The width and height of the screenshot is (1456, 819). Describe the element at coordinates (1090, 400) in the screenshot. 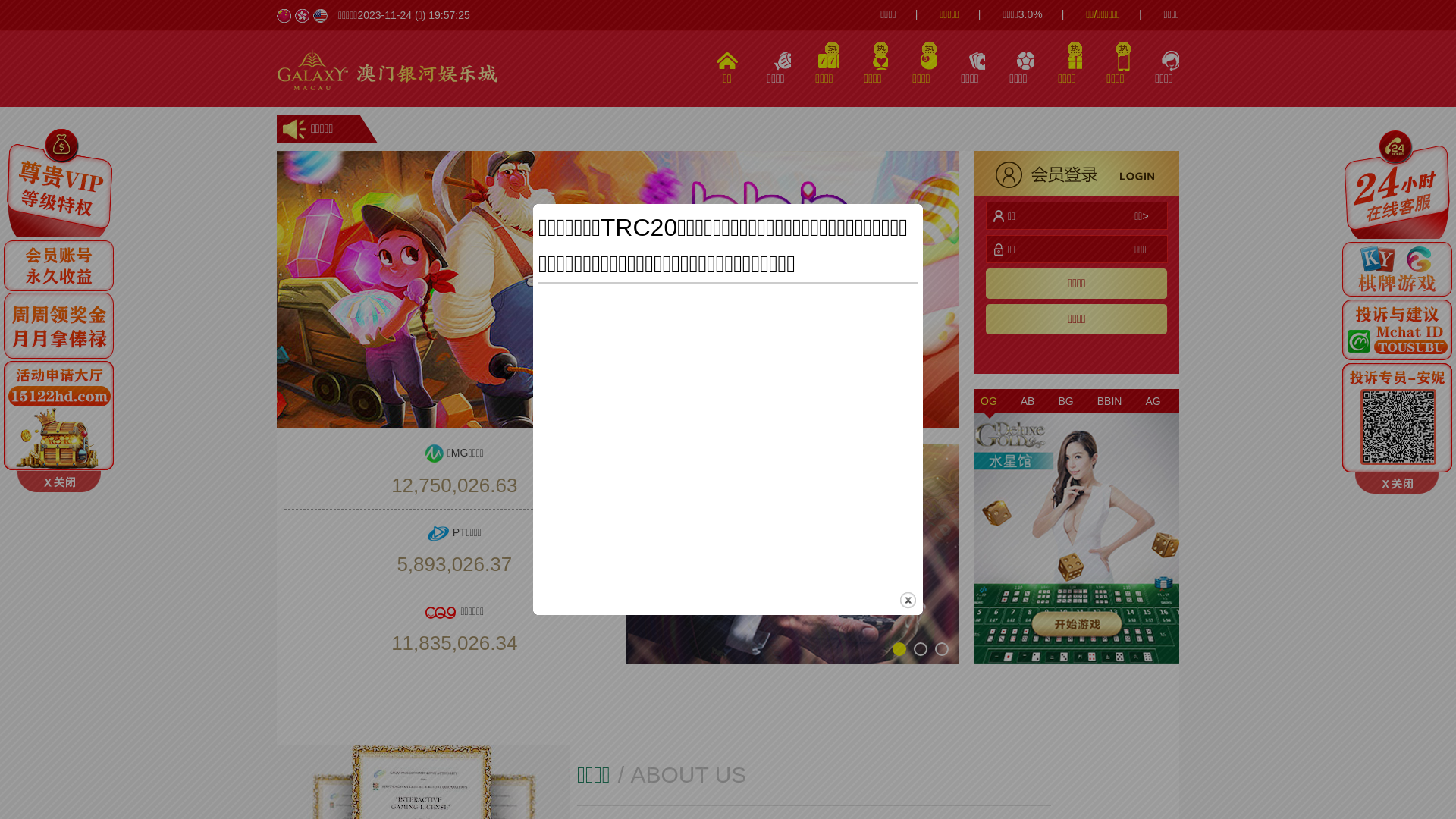

I see `'BBIN'` at that location.